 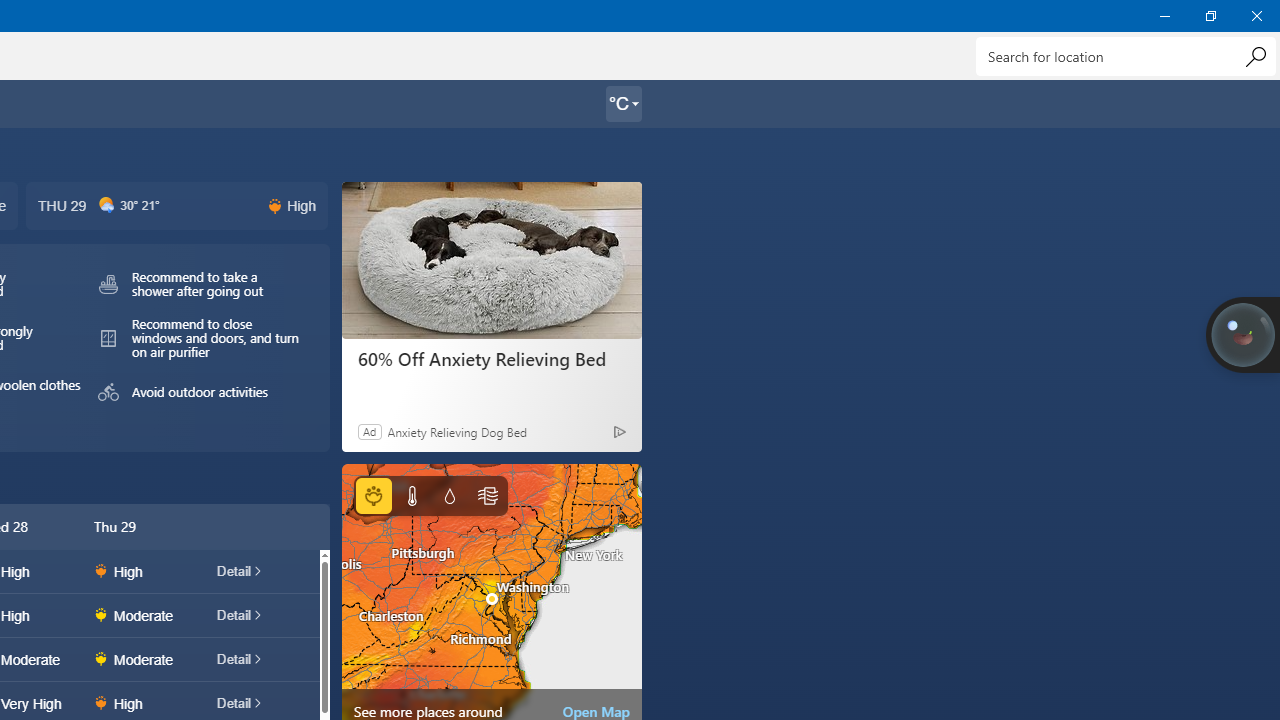 I want to click on 'Search for location', so click(x=1125, y=55).